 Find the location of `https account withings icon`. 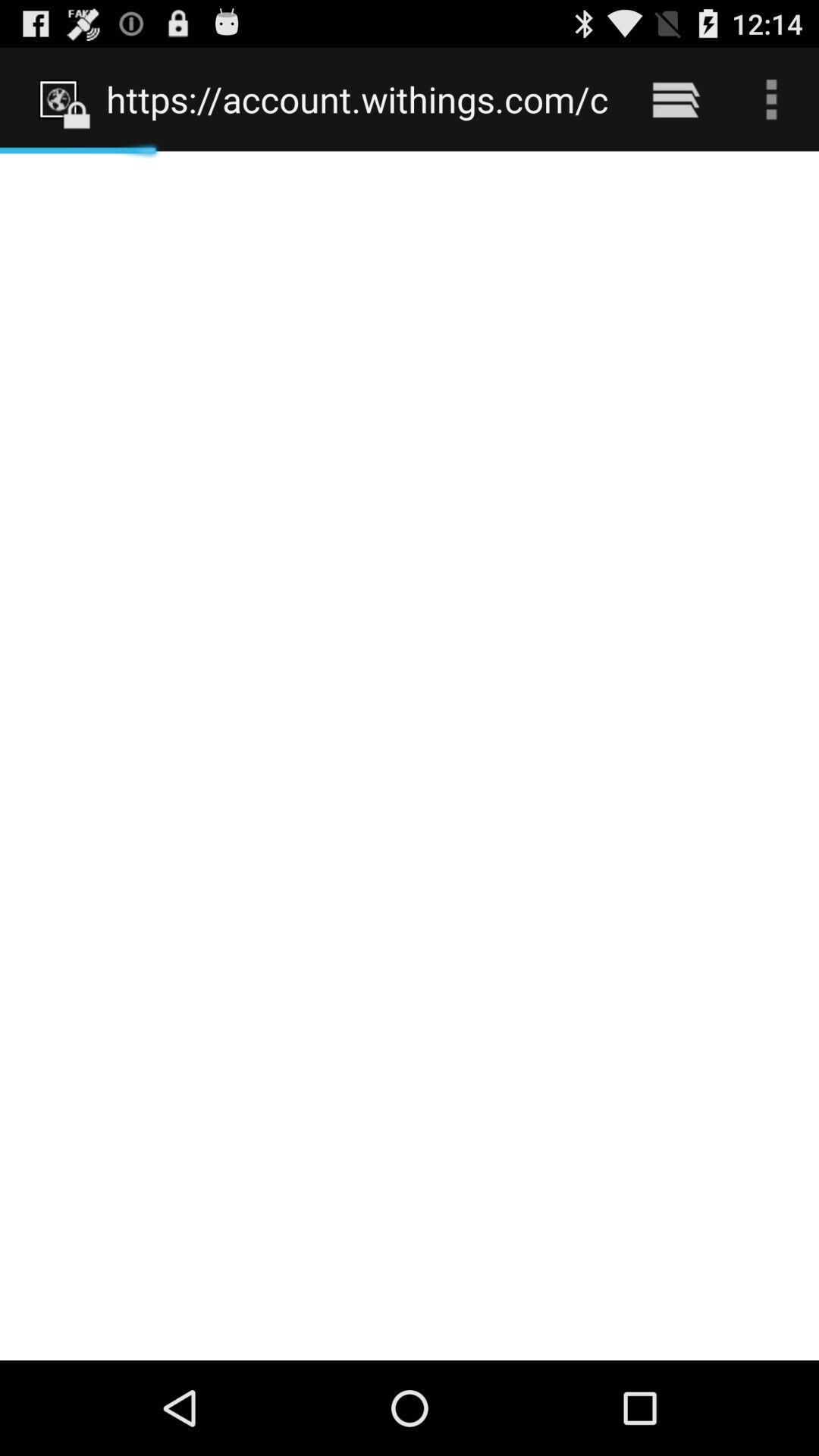

https account withings icon is located at coordinates (358, 99).